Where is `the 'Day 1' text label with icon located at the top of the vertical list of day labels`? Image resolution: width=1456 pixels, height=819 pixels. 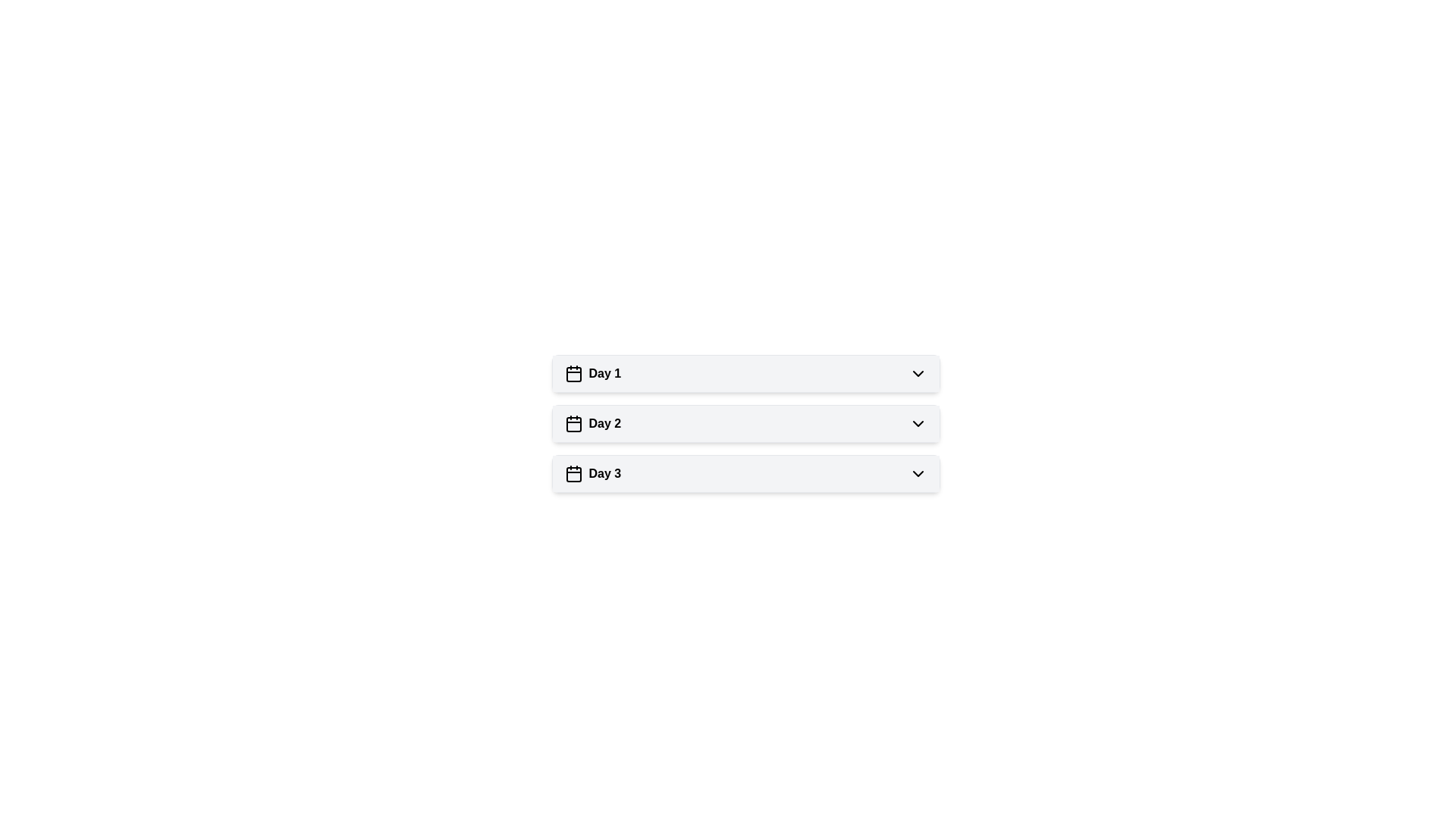 the 'Day 1' text label with icon located at the top of the vertical list of day labels is located at coordinates (591, 374).